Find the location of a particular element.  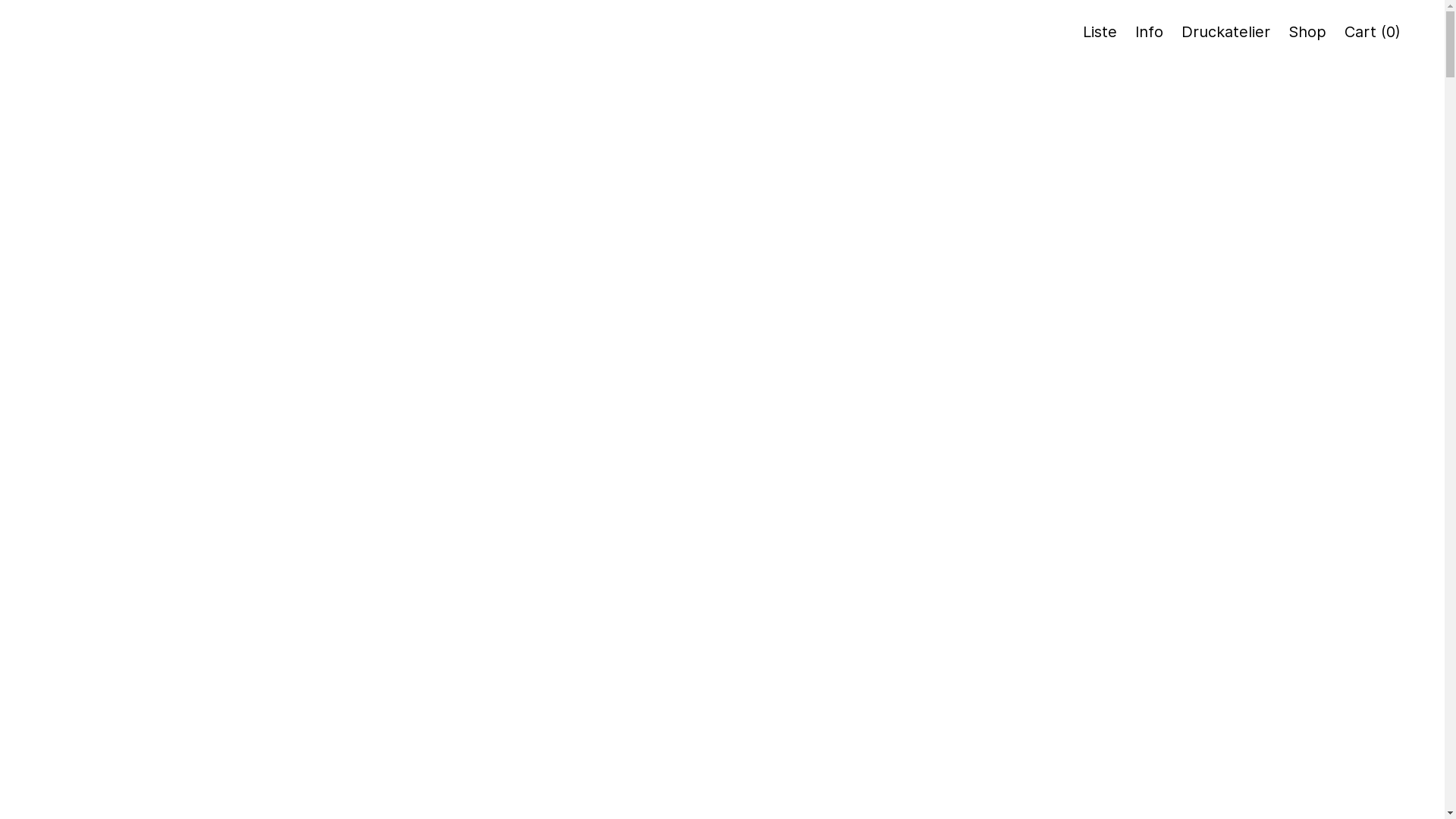

'Shop' is located at coordinates (1288, 32).